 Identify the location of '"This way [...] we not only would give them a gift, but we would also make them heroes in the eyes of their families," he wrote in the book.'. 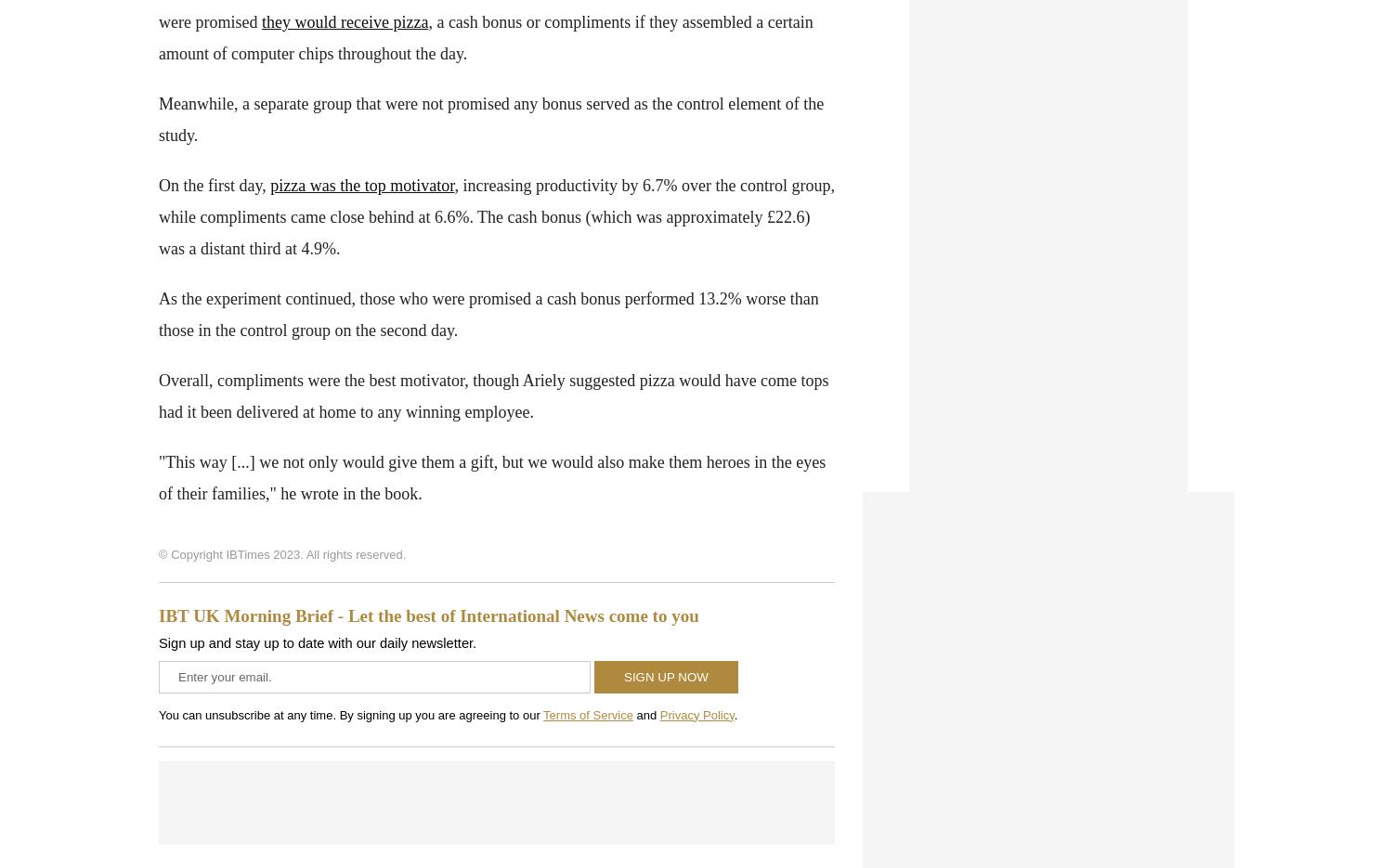
(159, 475).